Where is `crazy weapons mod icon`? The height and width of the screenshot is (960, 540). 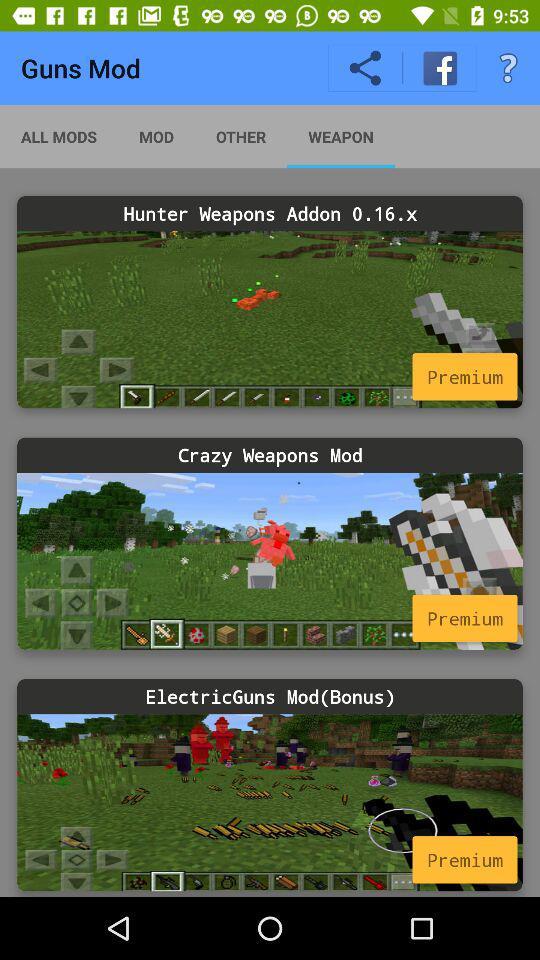
crazy weapons mod icon is located at coordinates (270, 455).